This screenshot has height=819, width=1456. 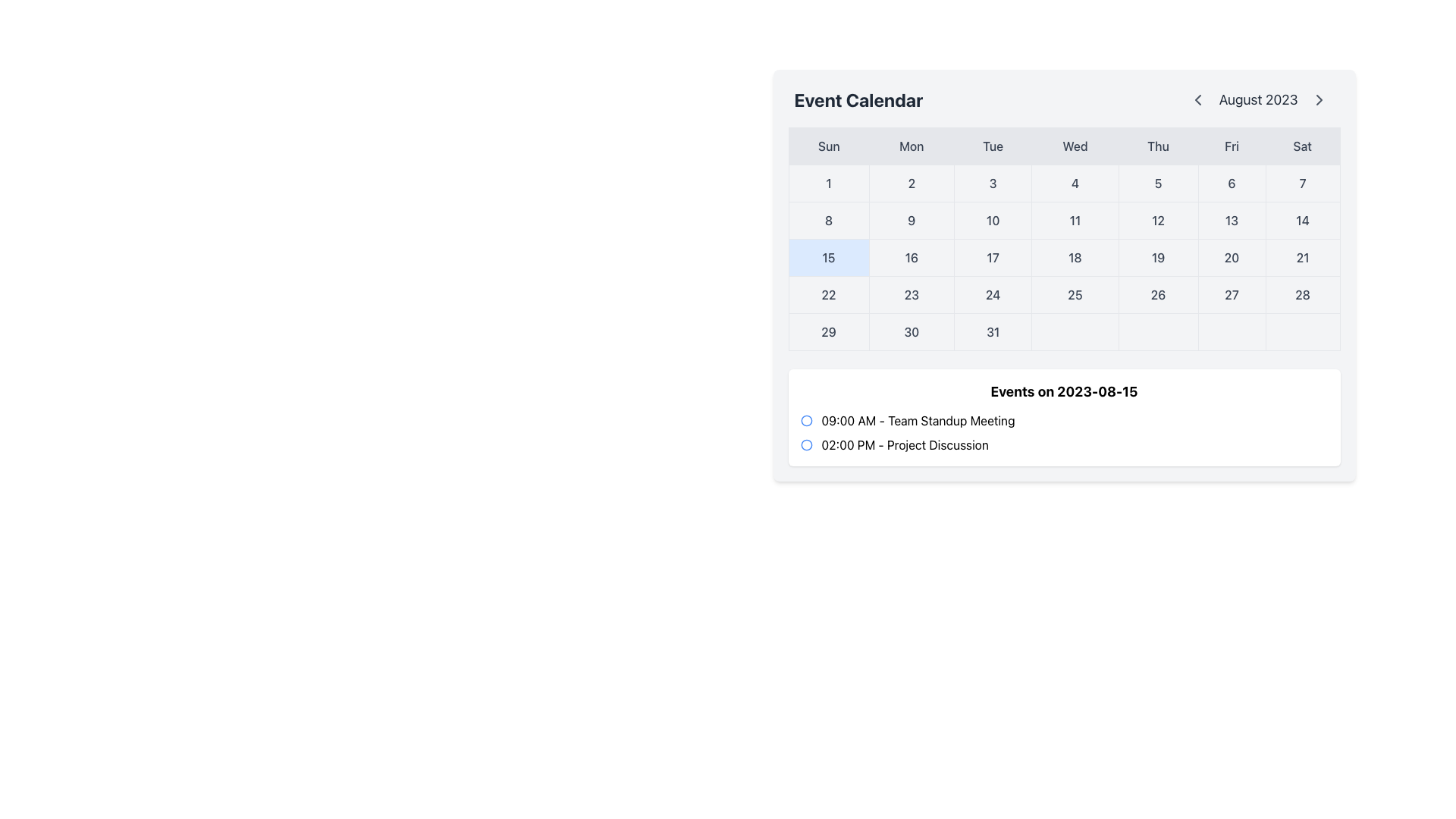 I want to click on the chevron icon pointing to the right, located at the top-right of the calendar interface, so click(x=1318, y=99).